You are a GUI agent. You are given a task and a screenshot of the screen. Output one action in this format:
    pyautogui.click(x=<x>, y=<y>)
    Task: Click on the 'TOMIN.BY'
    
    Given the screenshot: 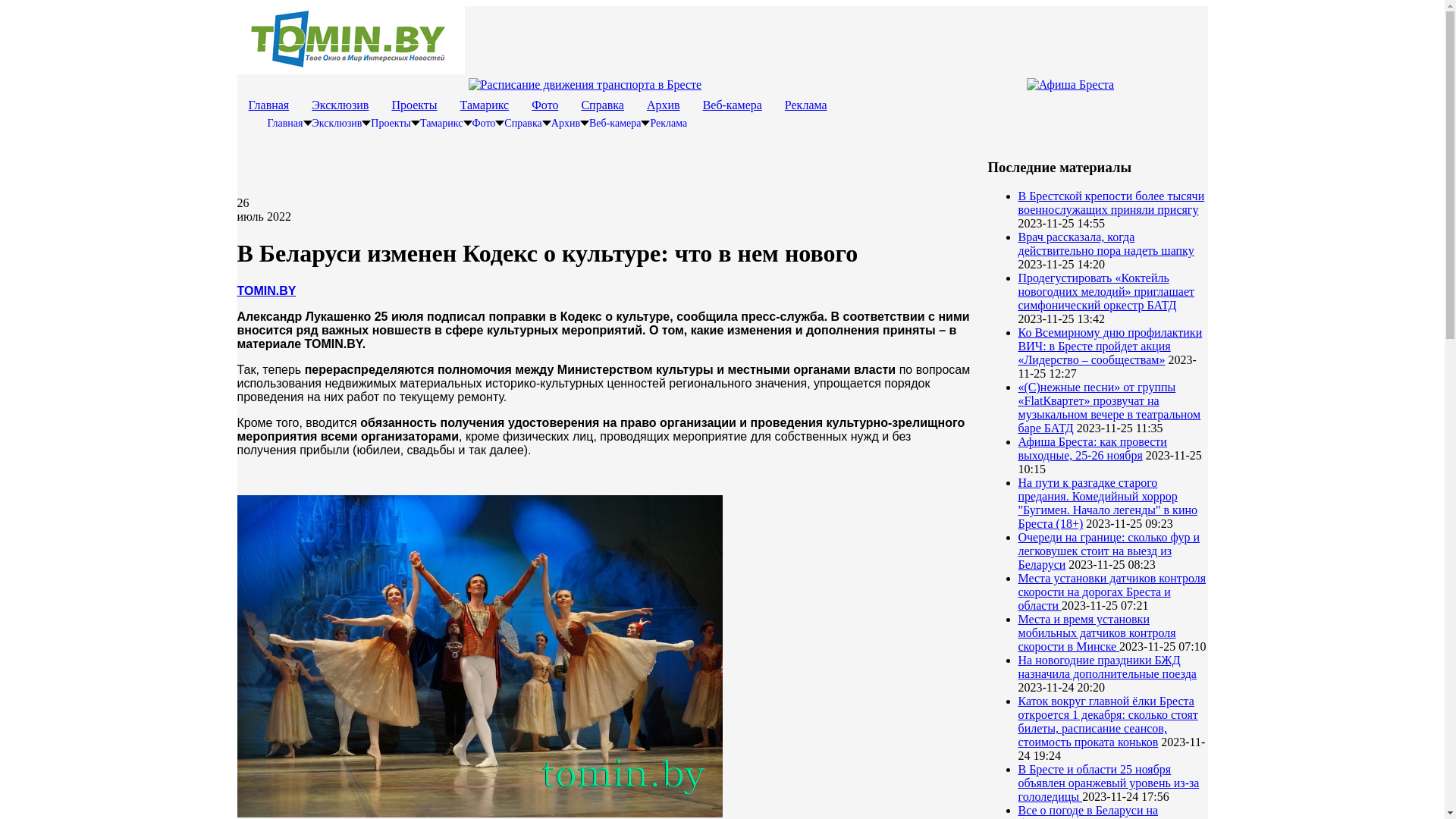 What is the action you would take?
    pyautogui.click(x=265, y=290)
    